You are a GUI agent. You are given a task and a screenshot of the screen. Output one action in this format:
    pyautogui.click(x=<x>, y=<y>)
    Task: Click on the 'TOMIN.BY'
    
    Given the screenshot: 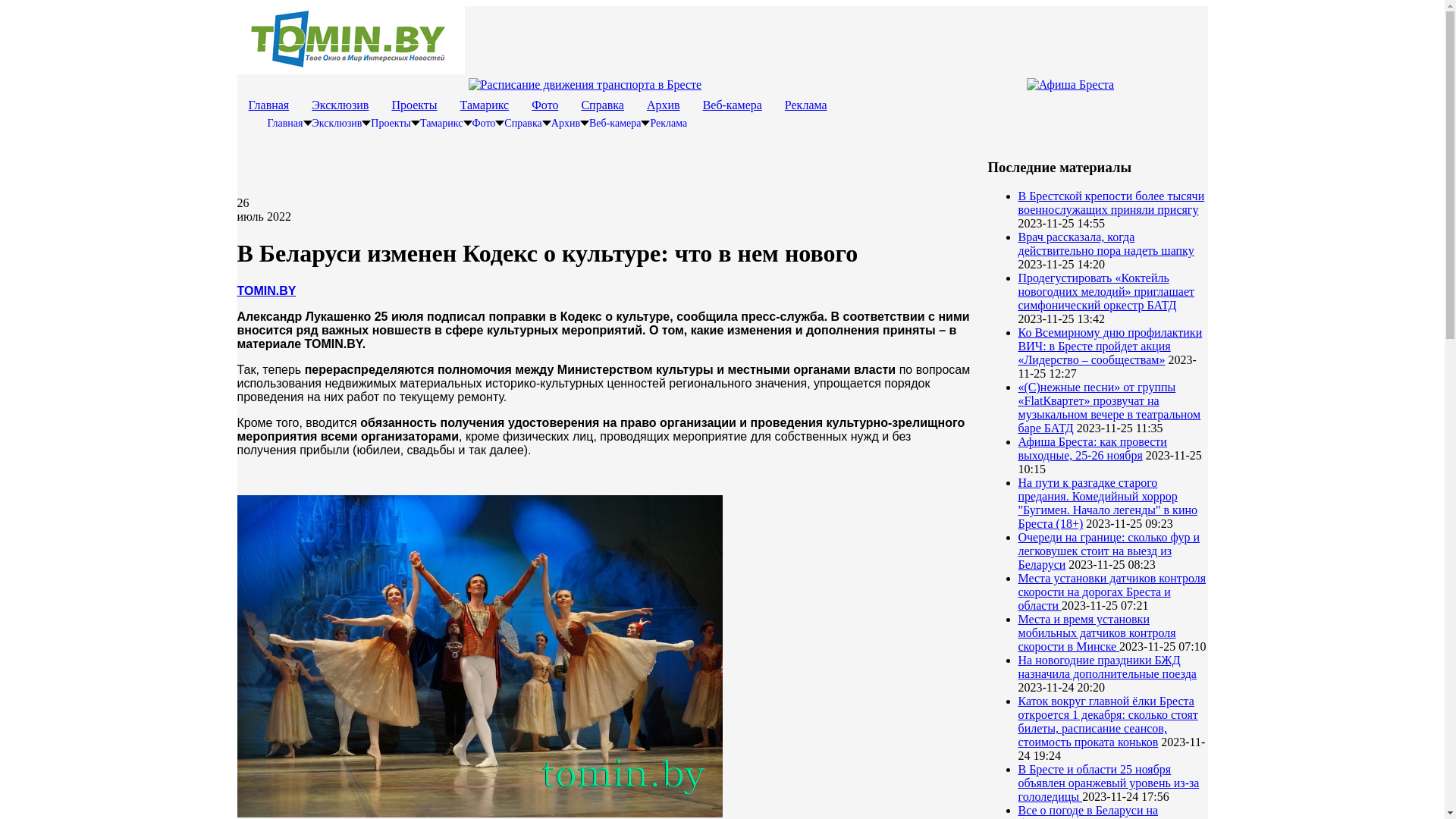 What is the action you would take?
    pyautogui.click(x=265, y=290)
    